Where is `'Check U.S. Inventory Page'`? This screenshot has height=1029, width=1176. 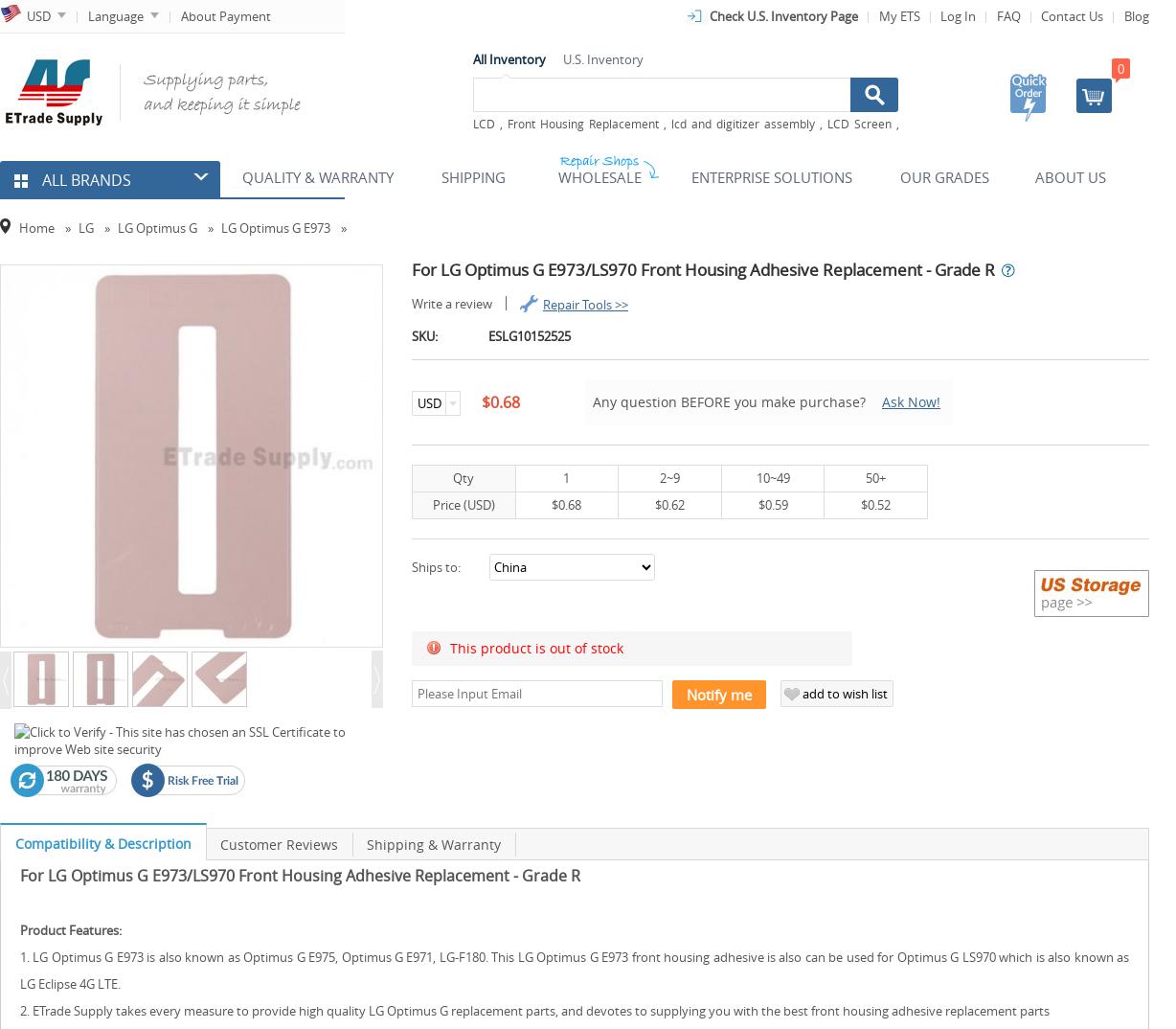 'Check U.S. Inventory Page' is located at coordinates (782, 14).